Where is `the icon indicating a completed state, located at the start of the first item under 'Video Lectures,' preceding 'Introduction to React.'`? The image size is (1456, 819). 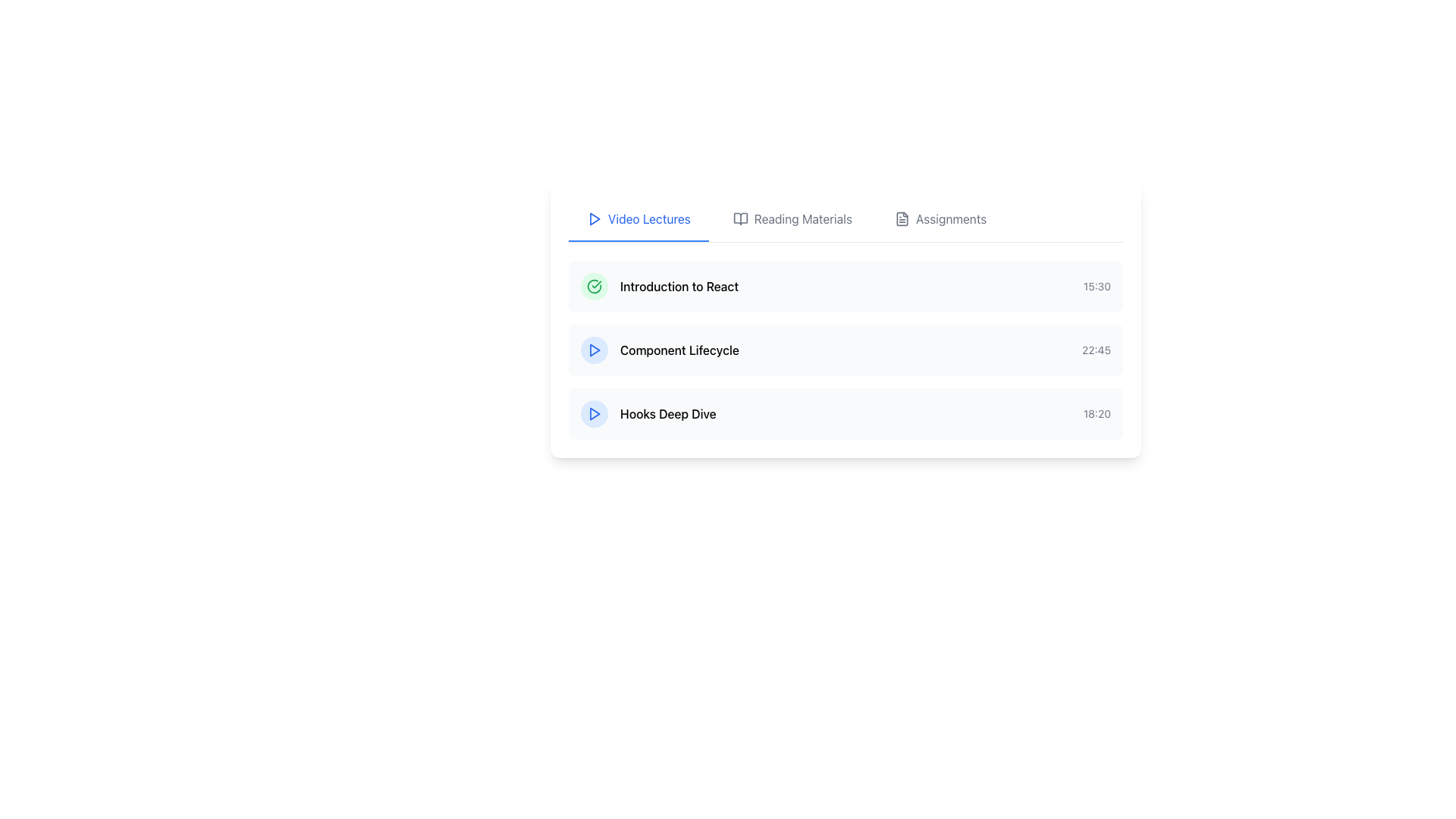 the icon indicating a completed state, located at the start of the first item under 'Video Lectures,' preceding 'Introduction to React.' is located at coordinates (593, 287).